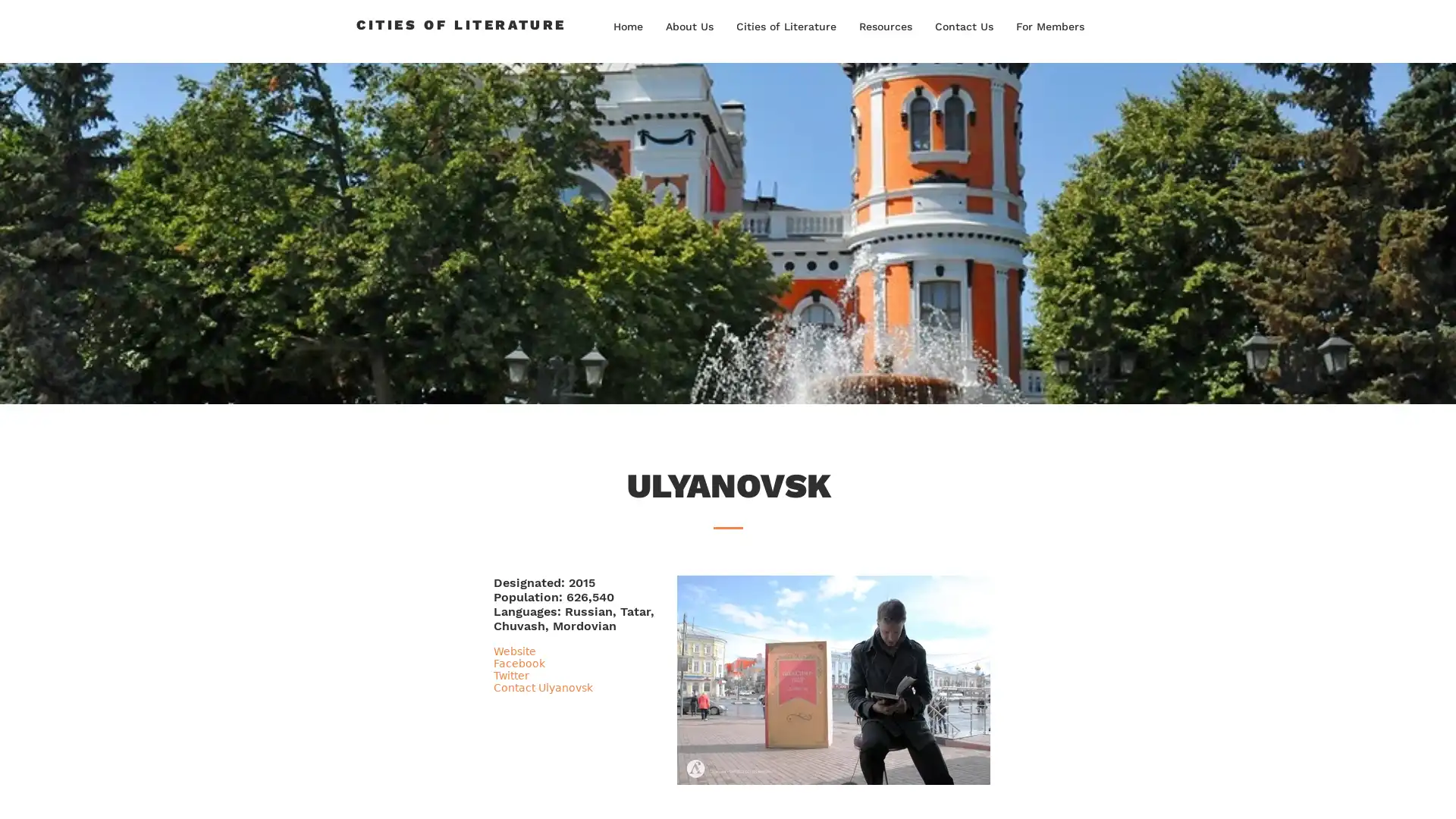 The image size is (1456, 819). Describe the element at coordinates (1388, 792) in the screenshot. I see `Accept` at that location.